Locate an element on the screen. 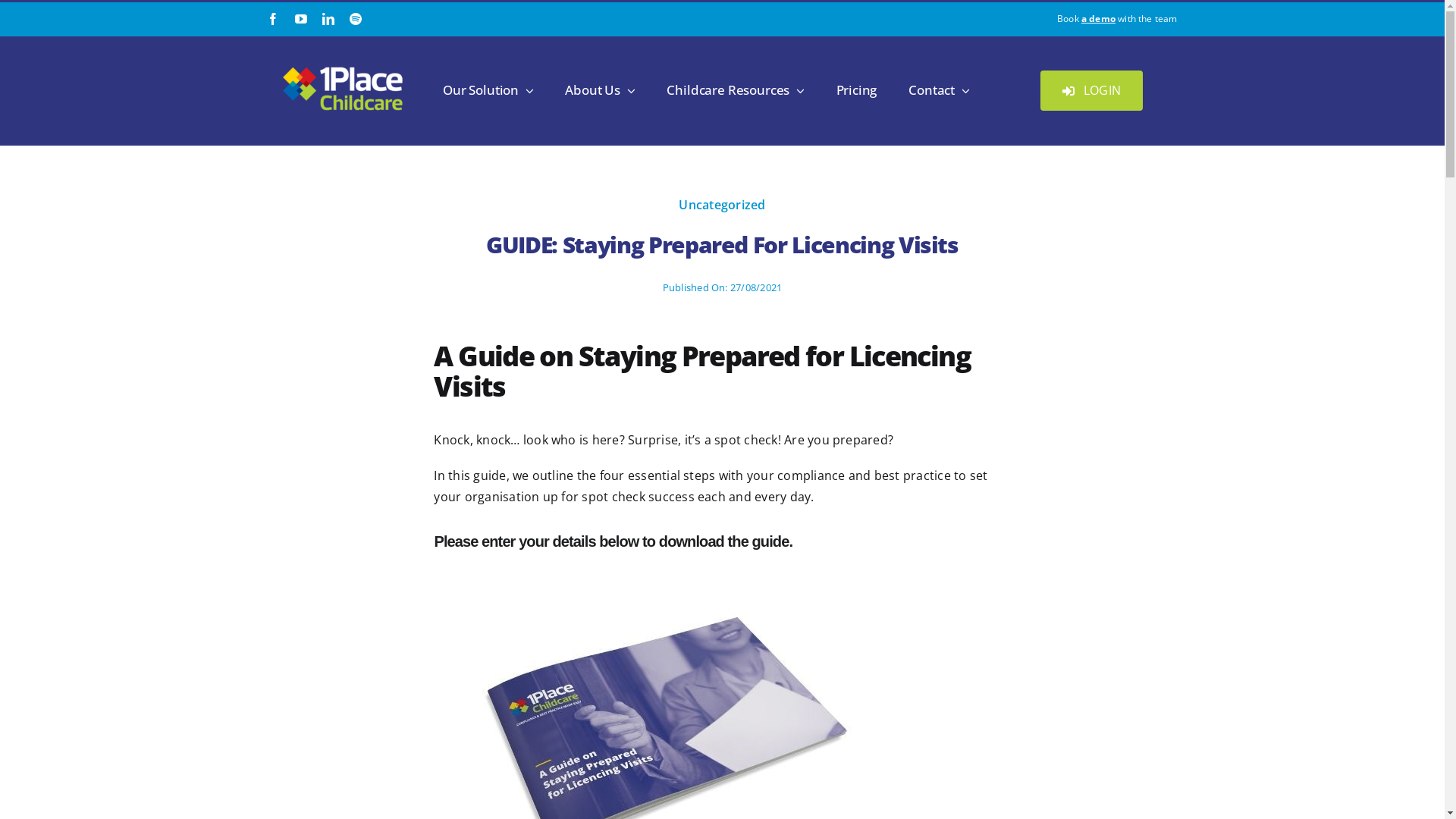 The image size is (1456, 819). 'Spotify' is located at coordinates (348, 18).